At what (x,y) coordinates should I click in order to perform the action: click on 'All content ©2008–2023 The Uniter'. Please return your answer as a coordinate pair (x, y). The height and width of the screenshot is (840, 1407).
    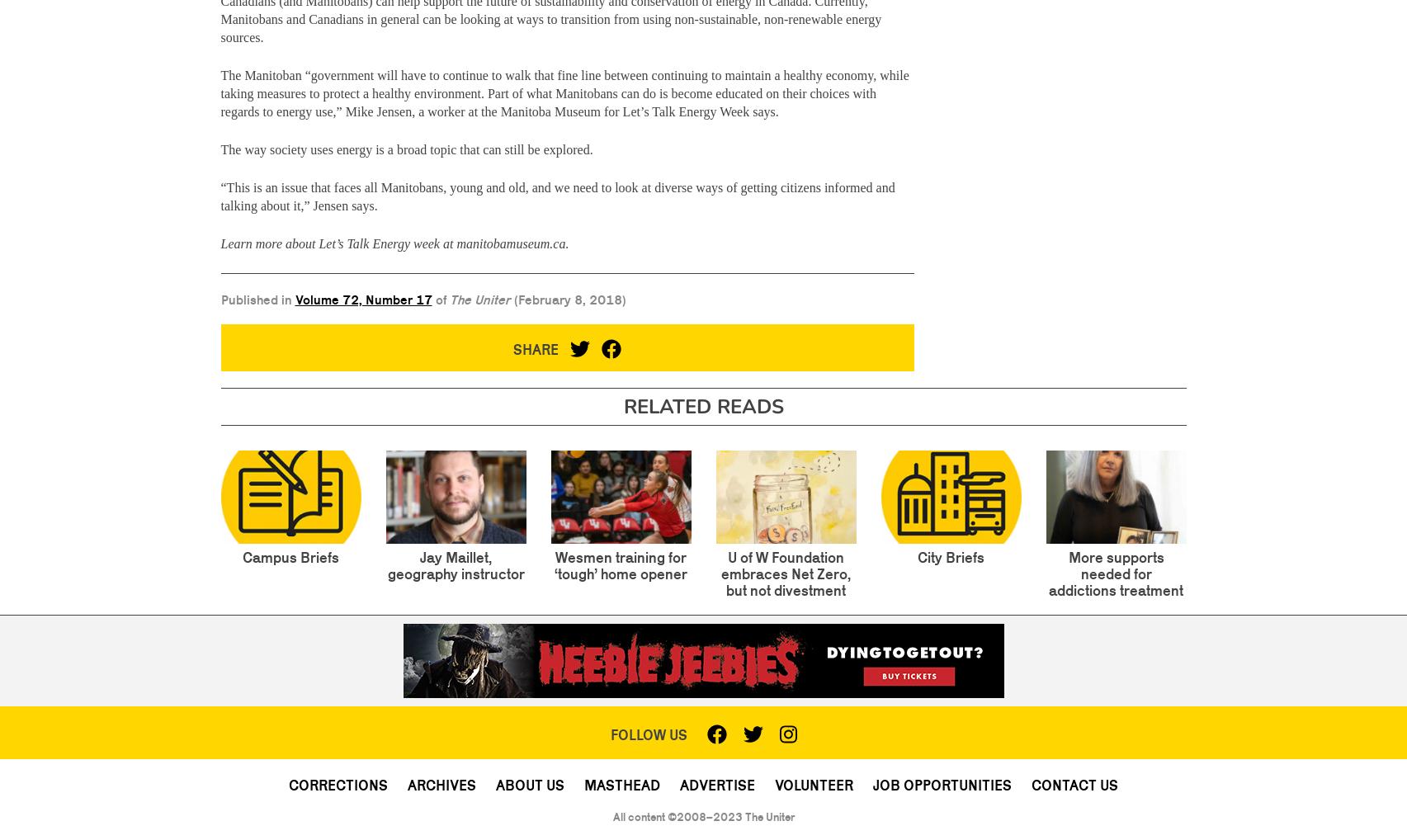
    Looking at the image, I should click on (702, 815).